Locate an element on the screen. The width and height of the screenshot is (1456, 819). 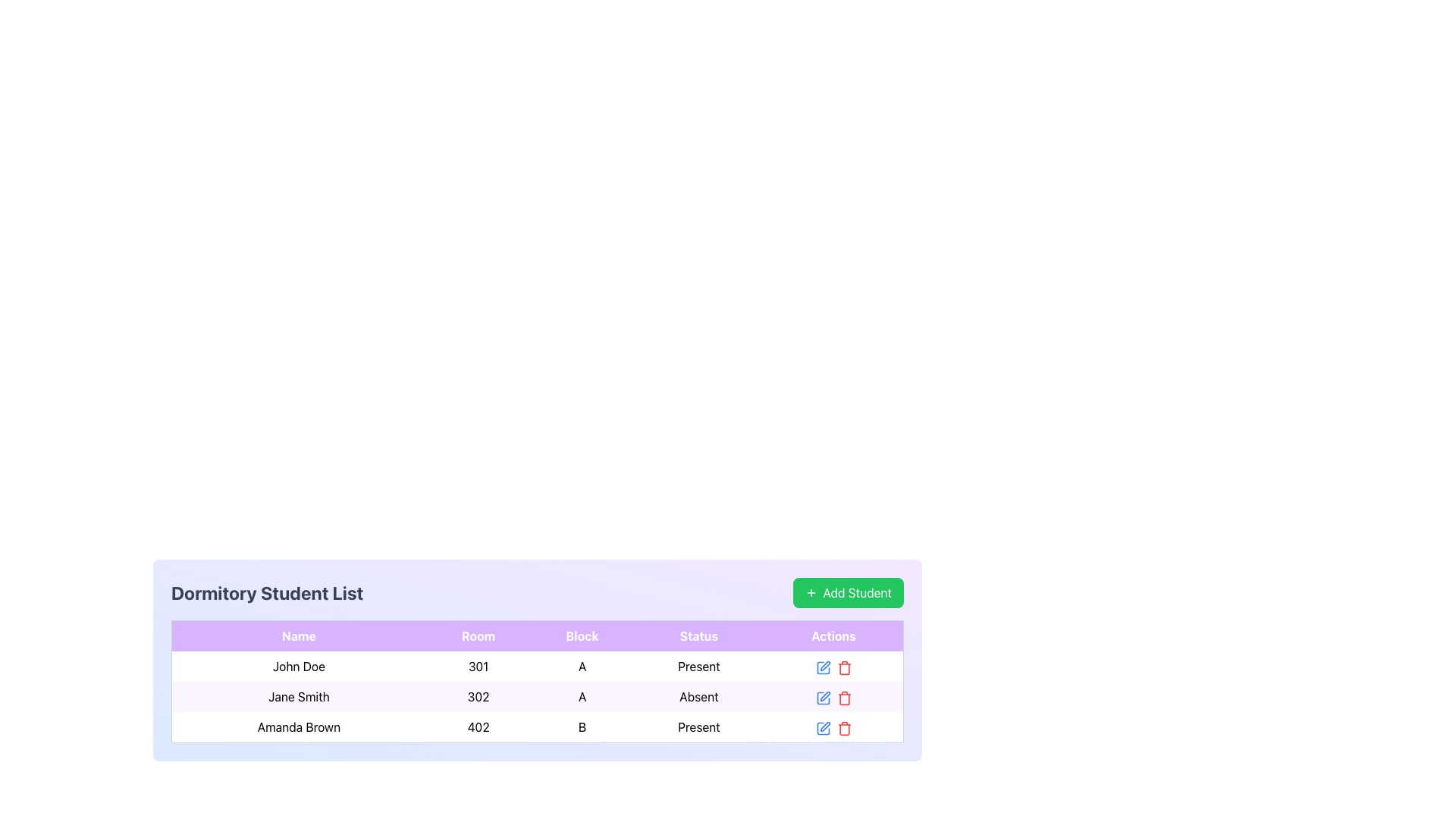
the Edit button for the student 'Amanda Brown', located in the Actions column of the last row of the table is located at coordinates (824, 726).